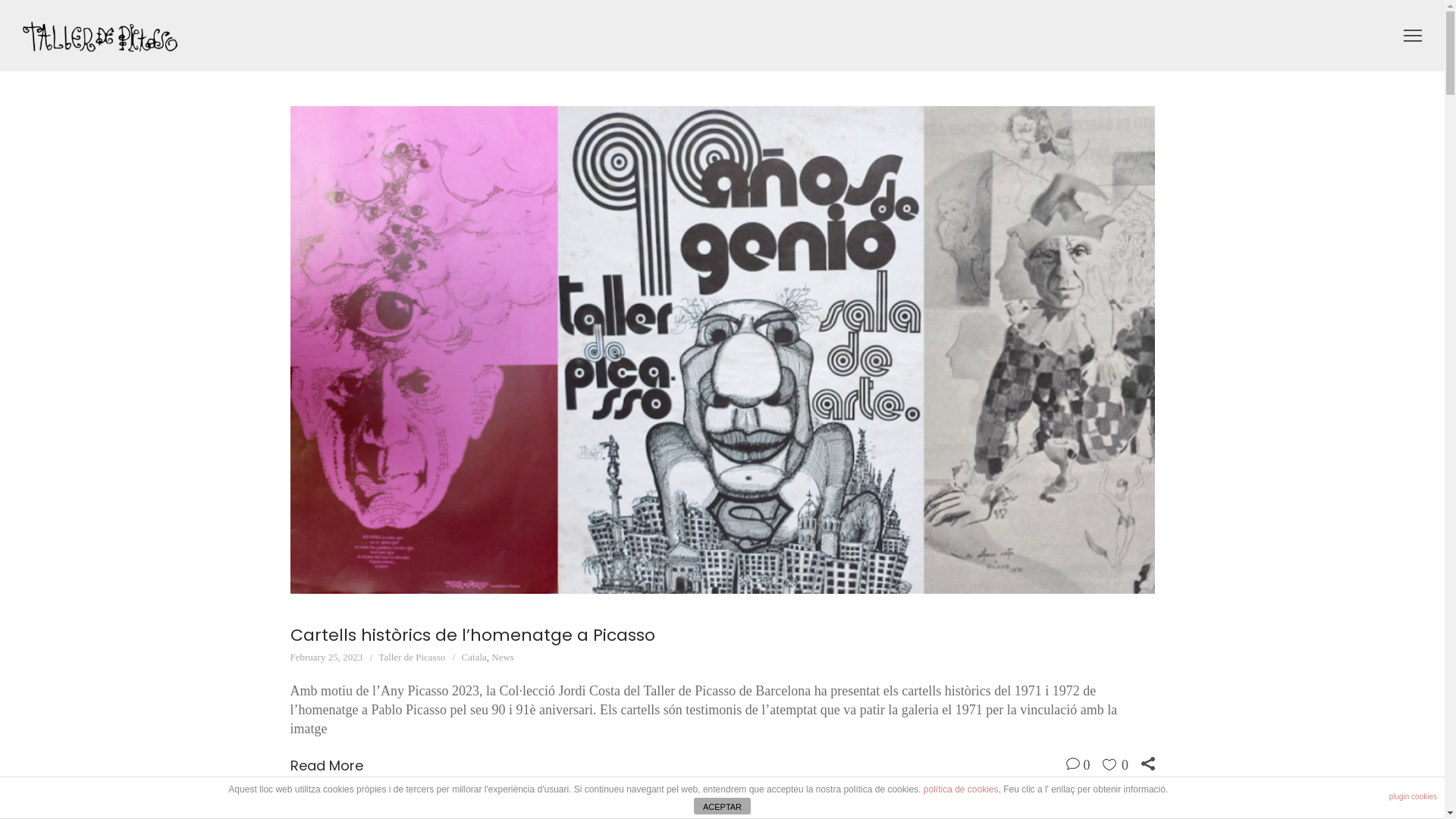  I want to click on 'News', so click(491, 656).